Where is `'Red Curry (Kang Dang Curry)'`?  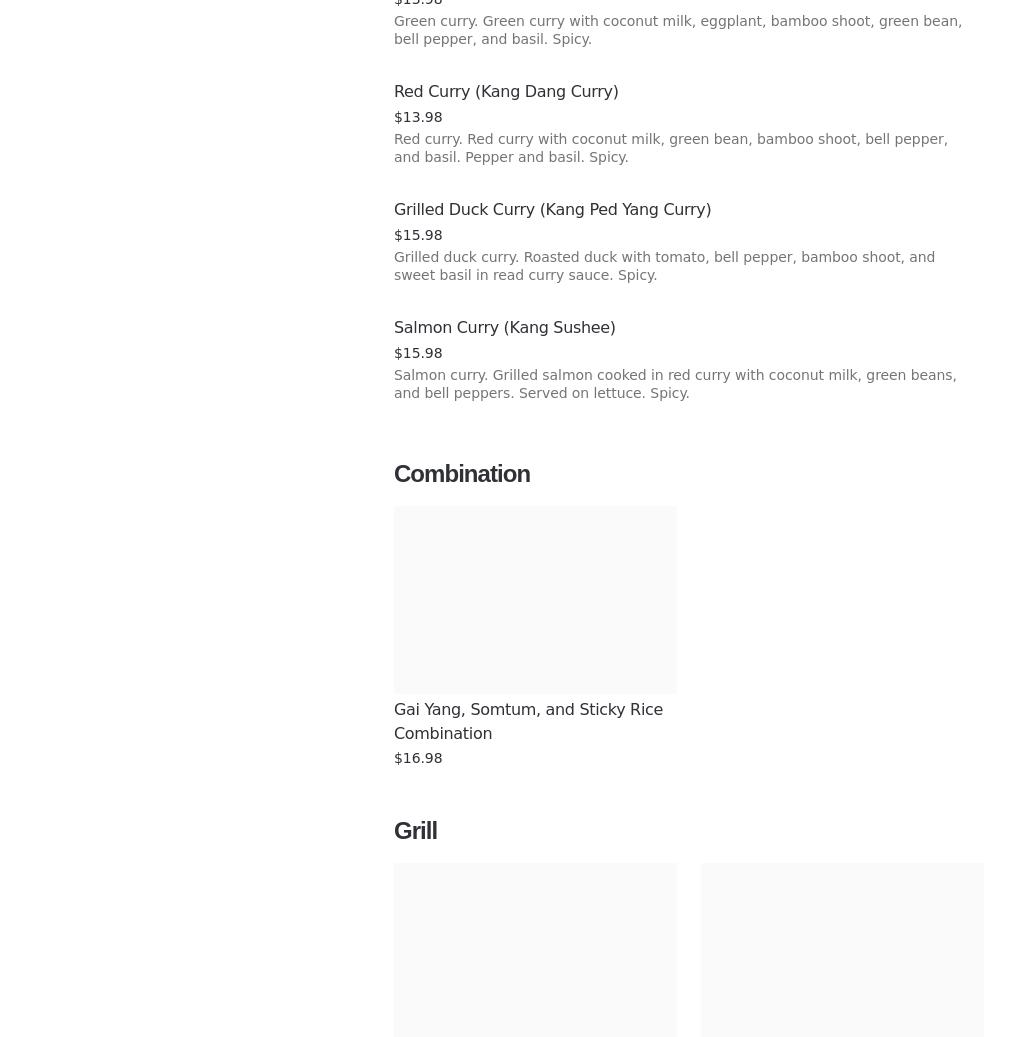
'Red Curry (Kang Dang Curry)' is located at coordinates (504, 90).